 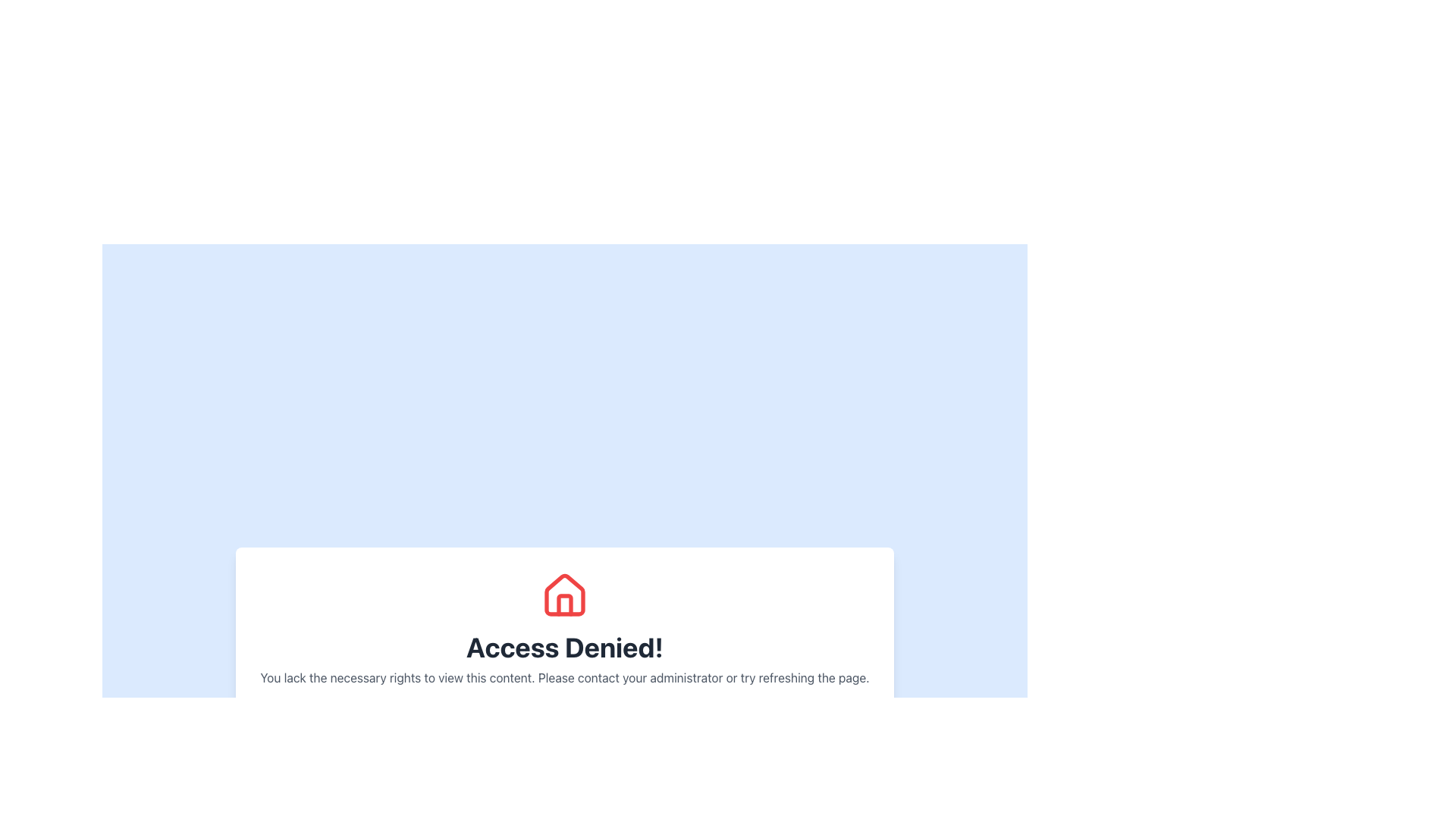 I want to click on informative message displayed in the static text element located beneath the 'Access Denied!' heading and above the 'Back Home' and 'Retry' buttons, so click(x=563, y=677).